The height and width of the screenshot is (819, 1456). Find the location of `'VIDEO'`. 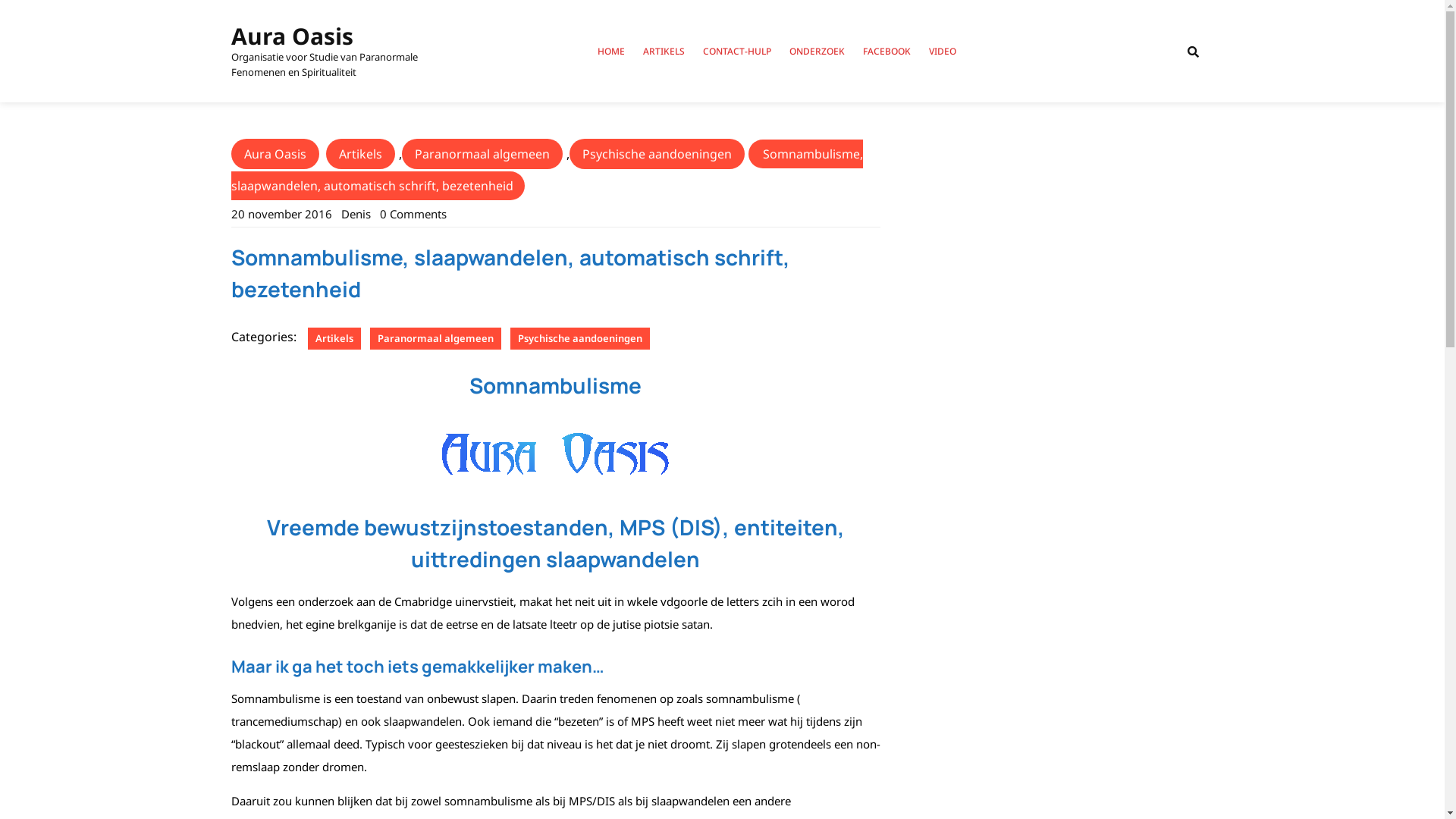

'VIDEO' is located at coordinates (920, 51).